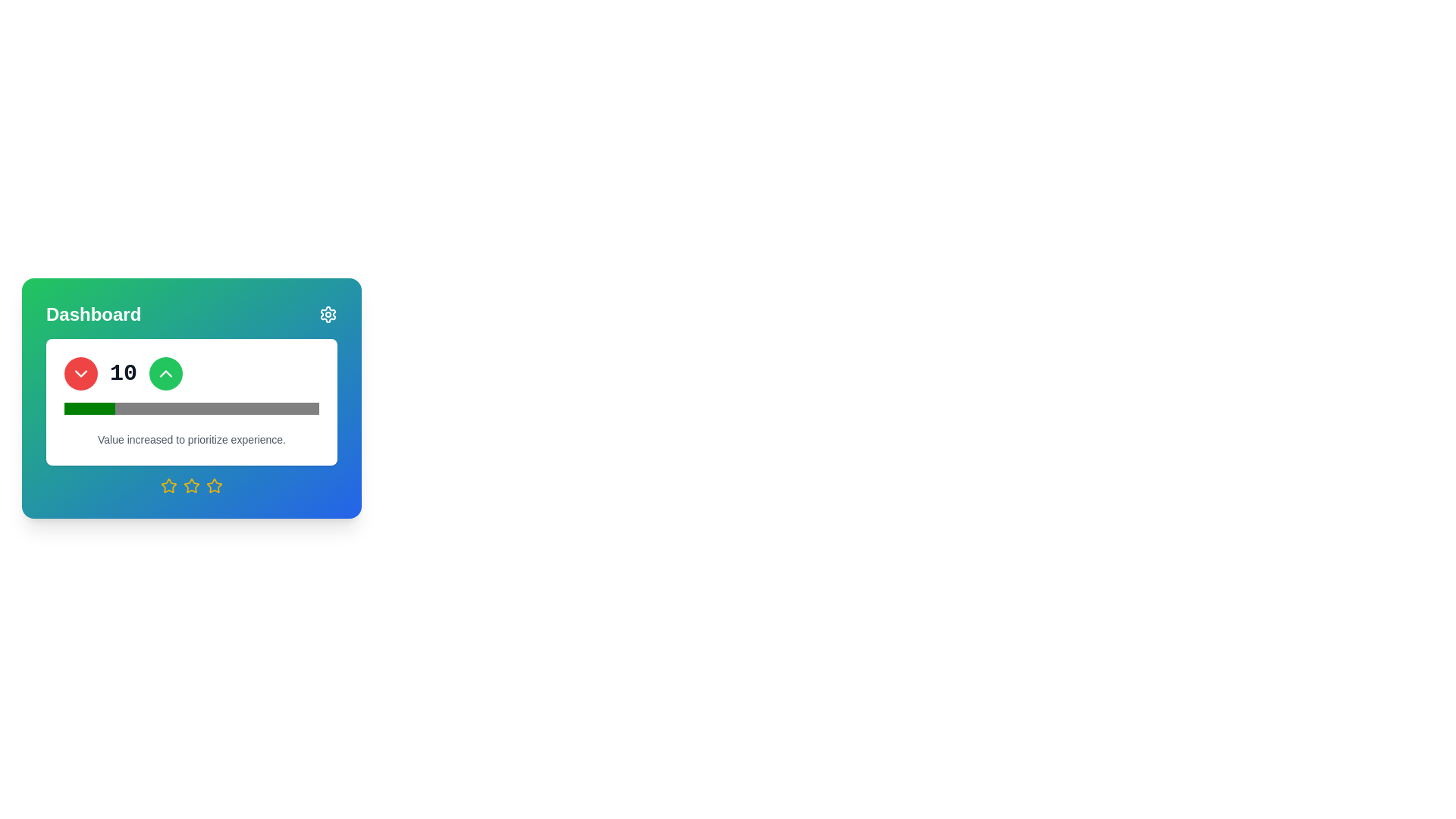  I want to click on the series of three yellow outlined stars in the rating indicator located at the bottom center of the 'Dashboard' card, so click(191, 485).